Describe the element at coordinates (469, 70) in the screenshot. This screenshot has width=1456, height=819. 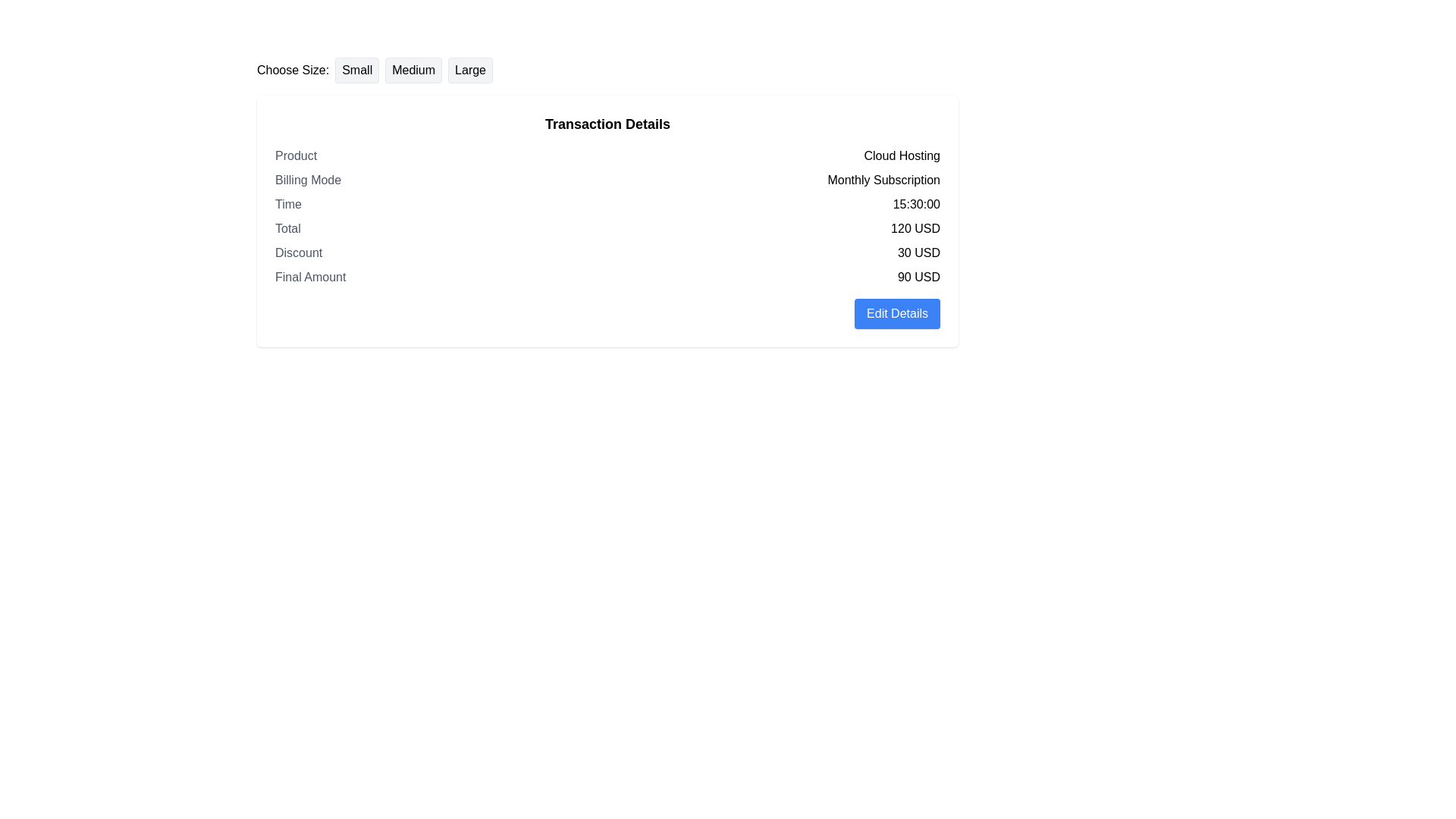
I see `the 'Large' size option button located next to the text 'Choose Size:'` at that location.